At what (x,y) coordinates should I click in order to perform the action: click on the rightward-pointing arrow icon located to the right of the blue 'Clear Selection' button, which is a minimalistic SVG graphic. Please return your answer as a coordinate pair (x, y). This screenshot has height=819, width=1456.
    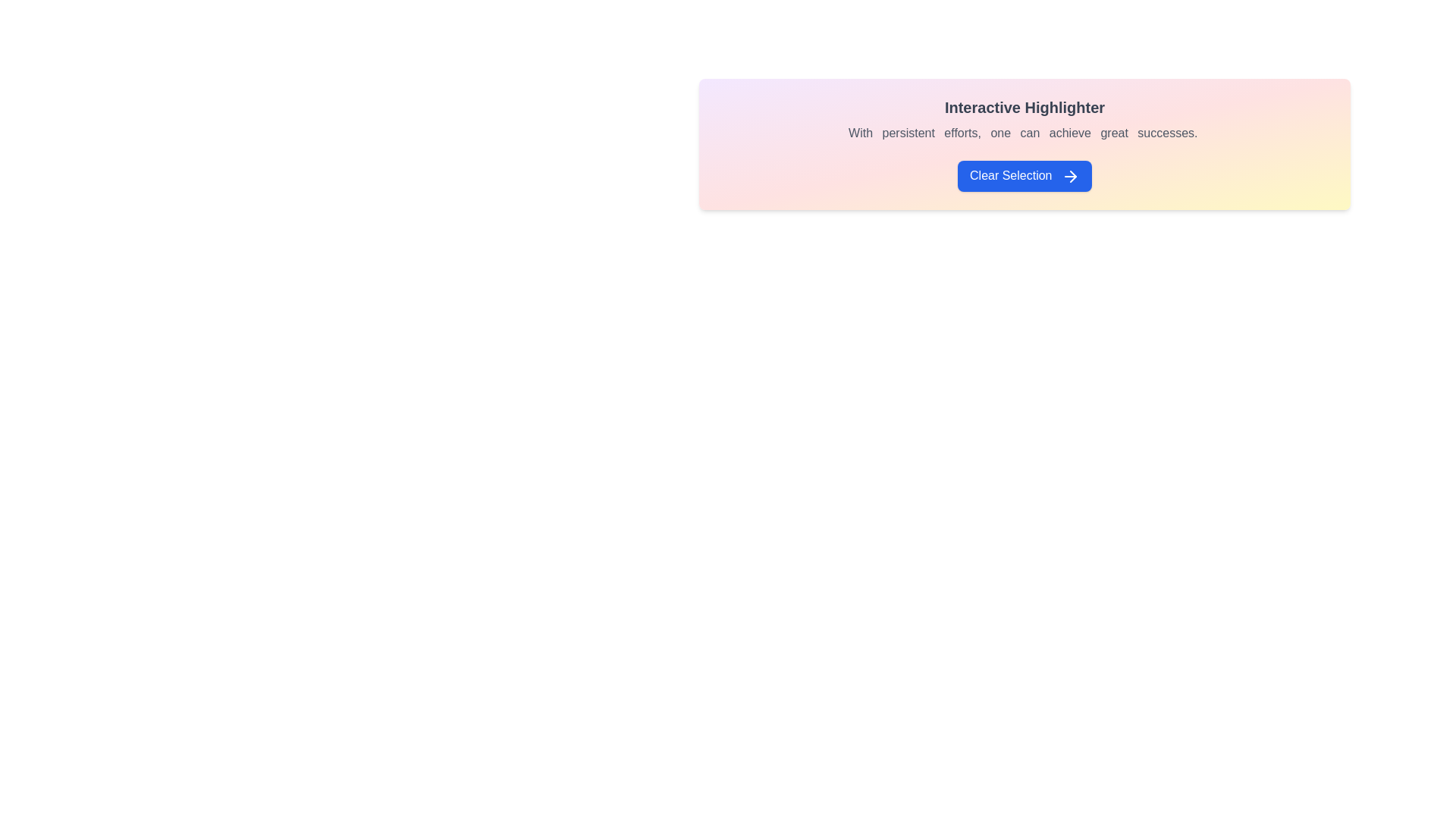
    Looking at the image, I should click on (1072, 175).